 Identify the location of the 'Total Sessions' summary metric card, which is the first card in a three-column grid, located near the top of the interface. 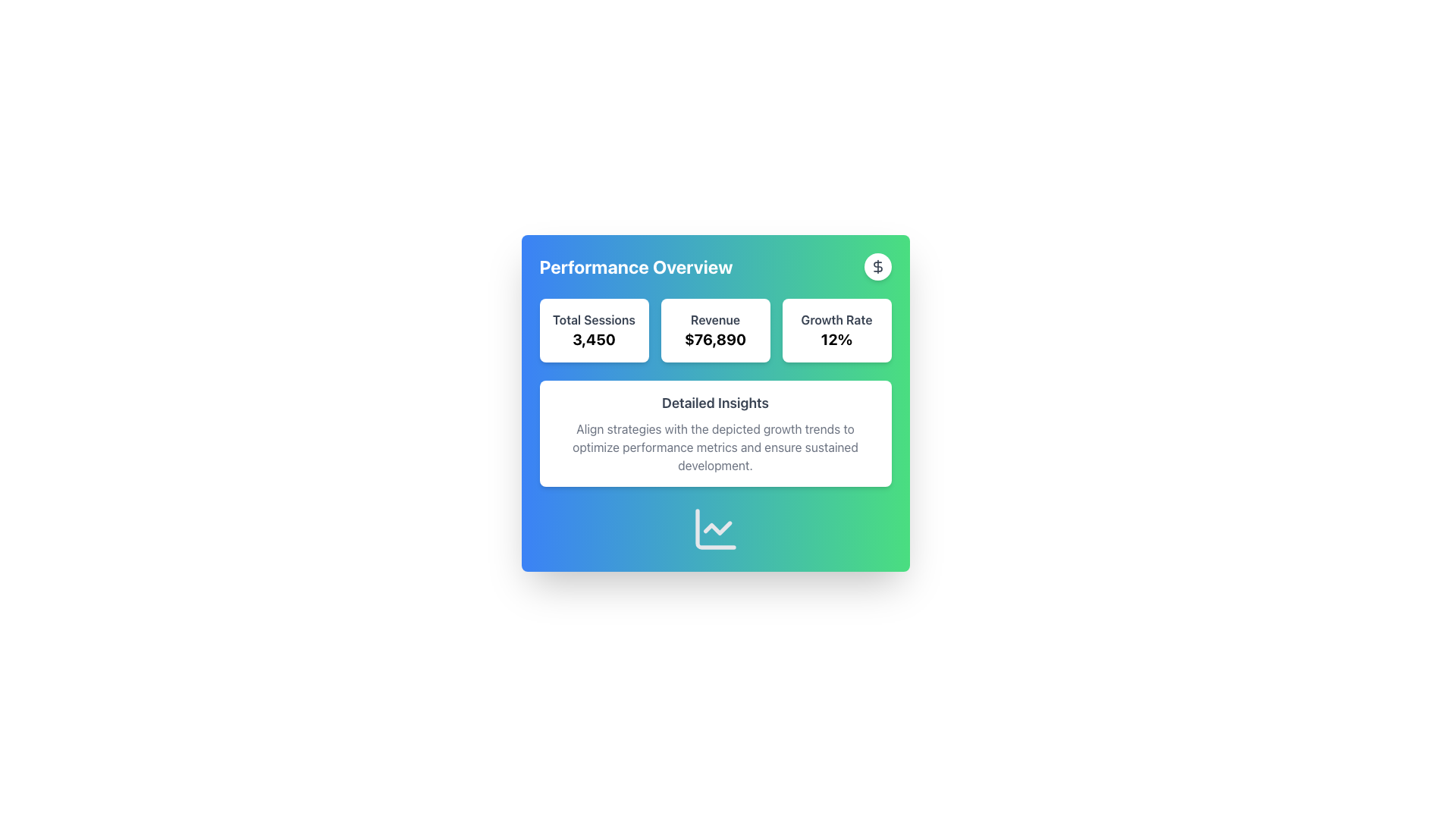
(593, 329).